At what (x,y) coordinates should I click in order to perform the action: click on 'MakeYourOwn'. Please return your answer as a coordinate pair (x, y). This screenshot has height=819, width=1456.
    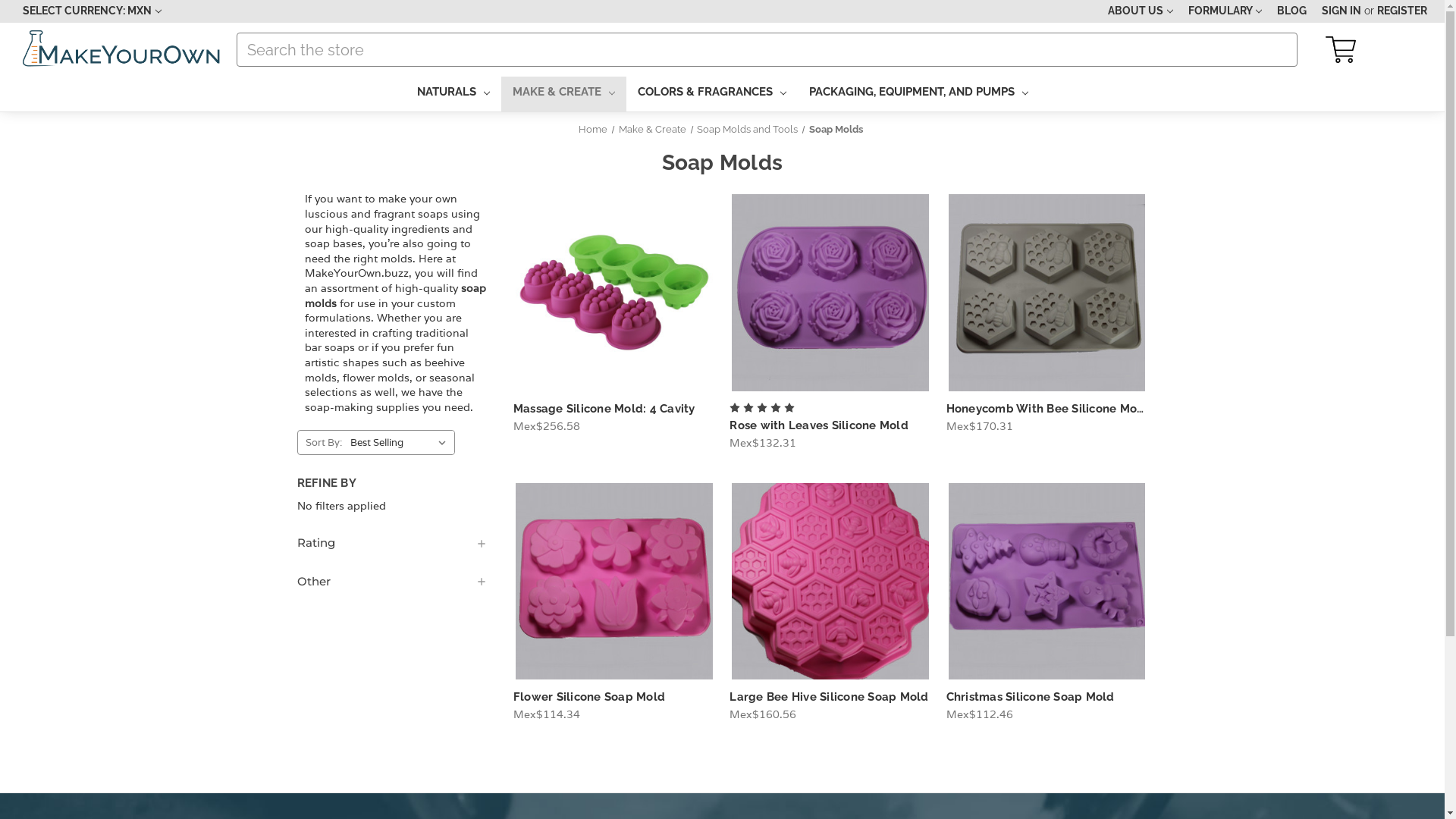
    Looking at the image, I should click on (122, 49).